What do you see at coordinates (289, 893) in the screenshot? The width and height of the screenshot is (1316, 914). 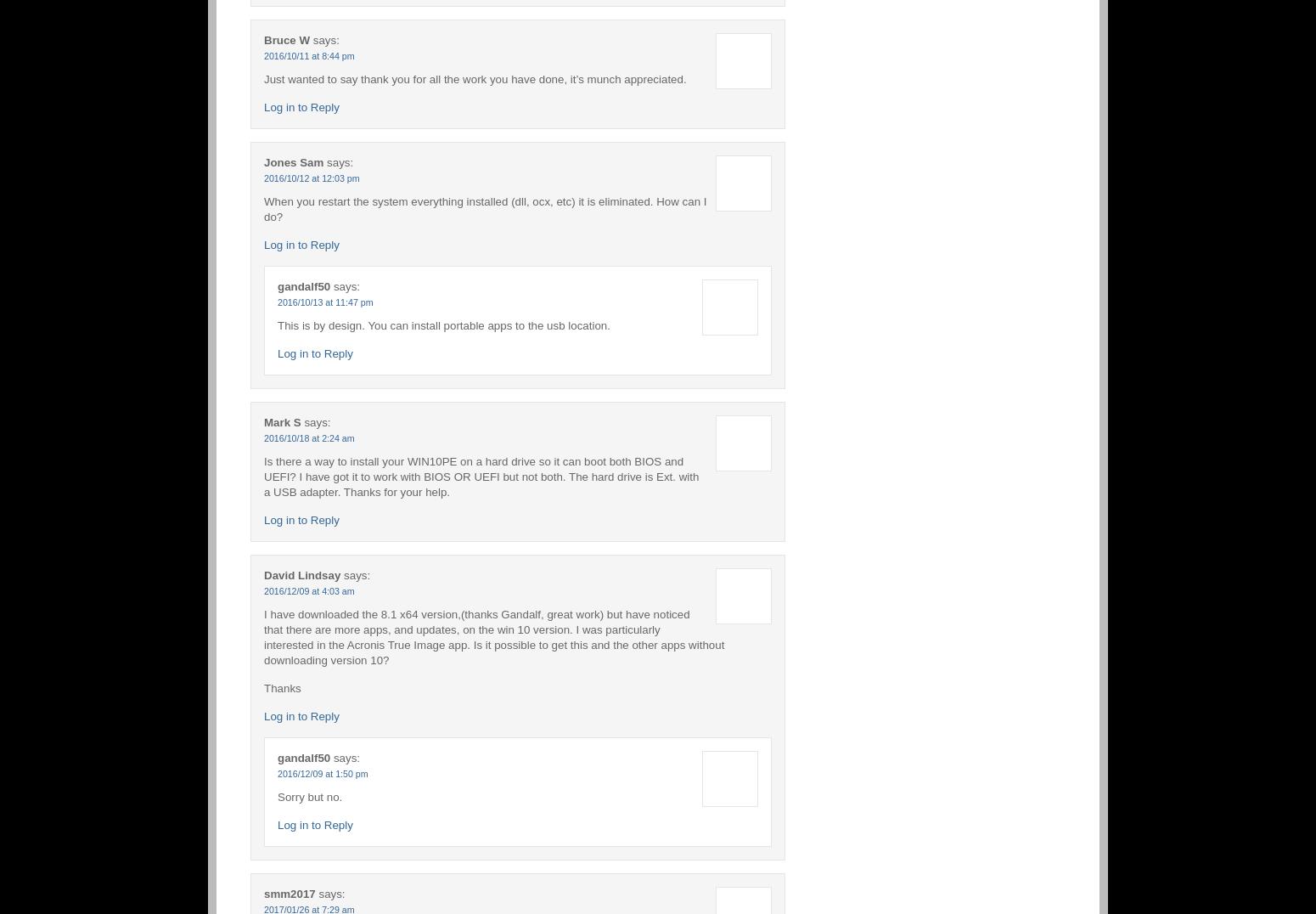 I see `'smm2017'` at bounding box center [289, 893].